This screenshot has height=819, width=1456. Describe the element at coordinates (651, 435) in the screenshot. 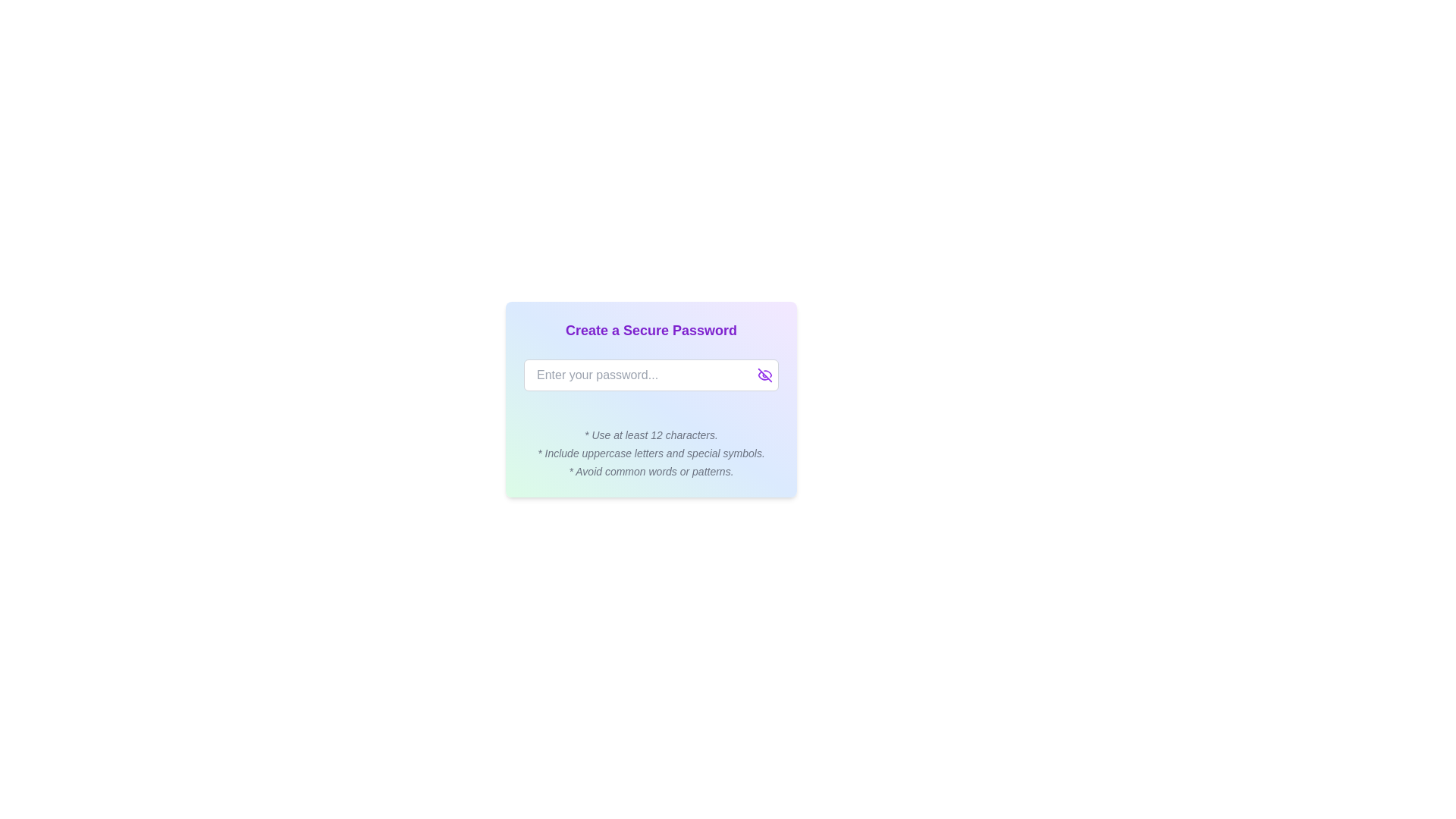

I see `the text label that provides instructions for creating a secure password, which is the first guideline in the list located directly below the password entry field` at that location.